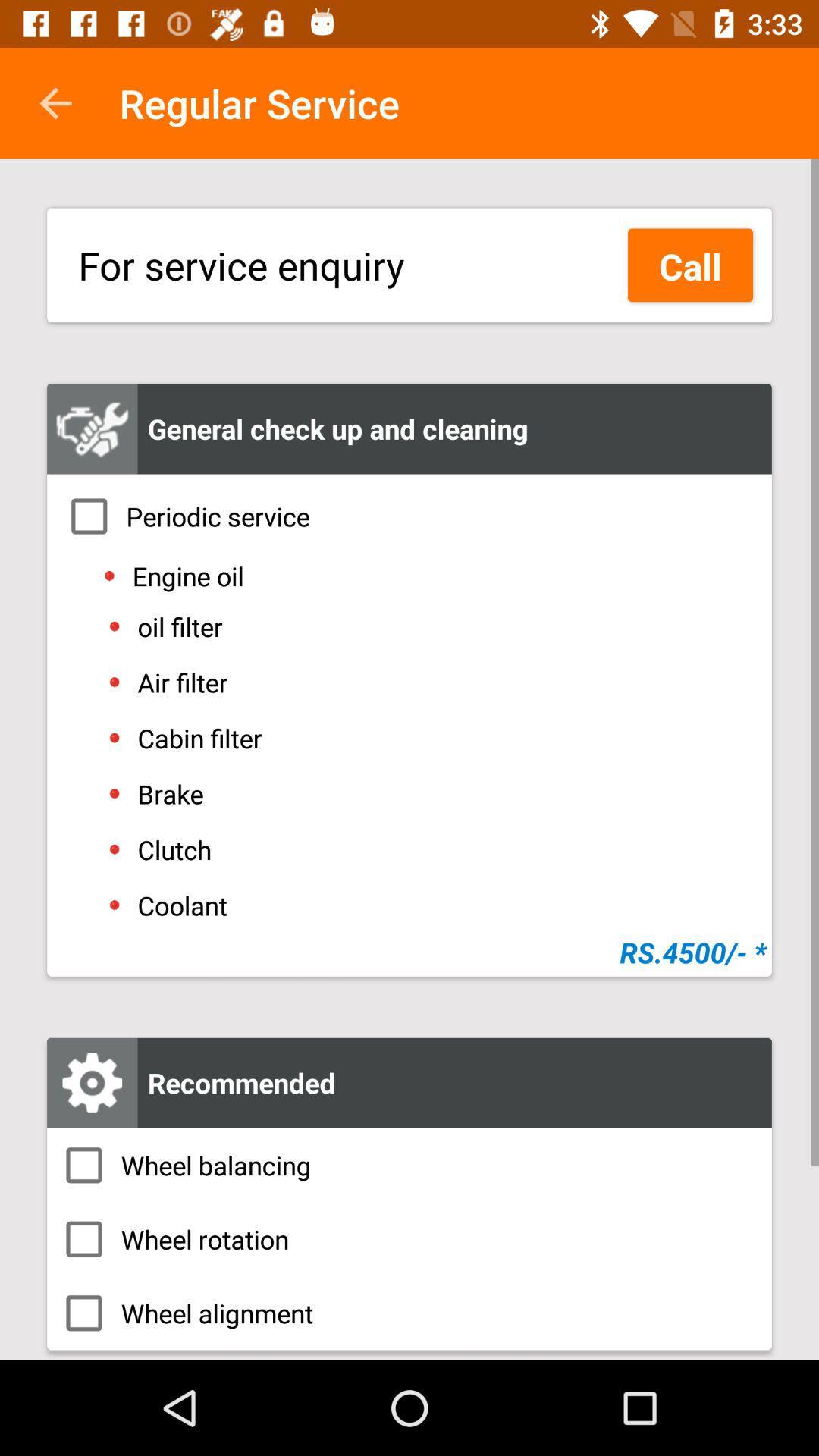 The height and width of the screenshot is (1456, 819). Describe the element at coordinates (409, 1312) in the screenshot. I see `the item below the wheel rotation icon` at that location.